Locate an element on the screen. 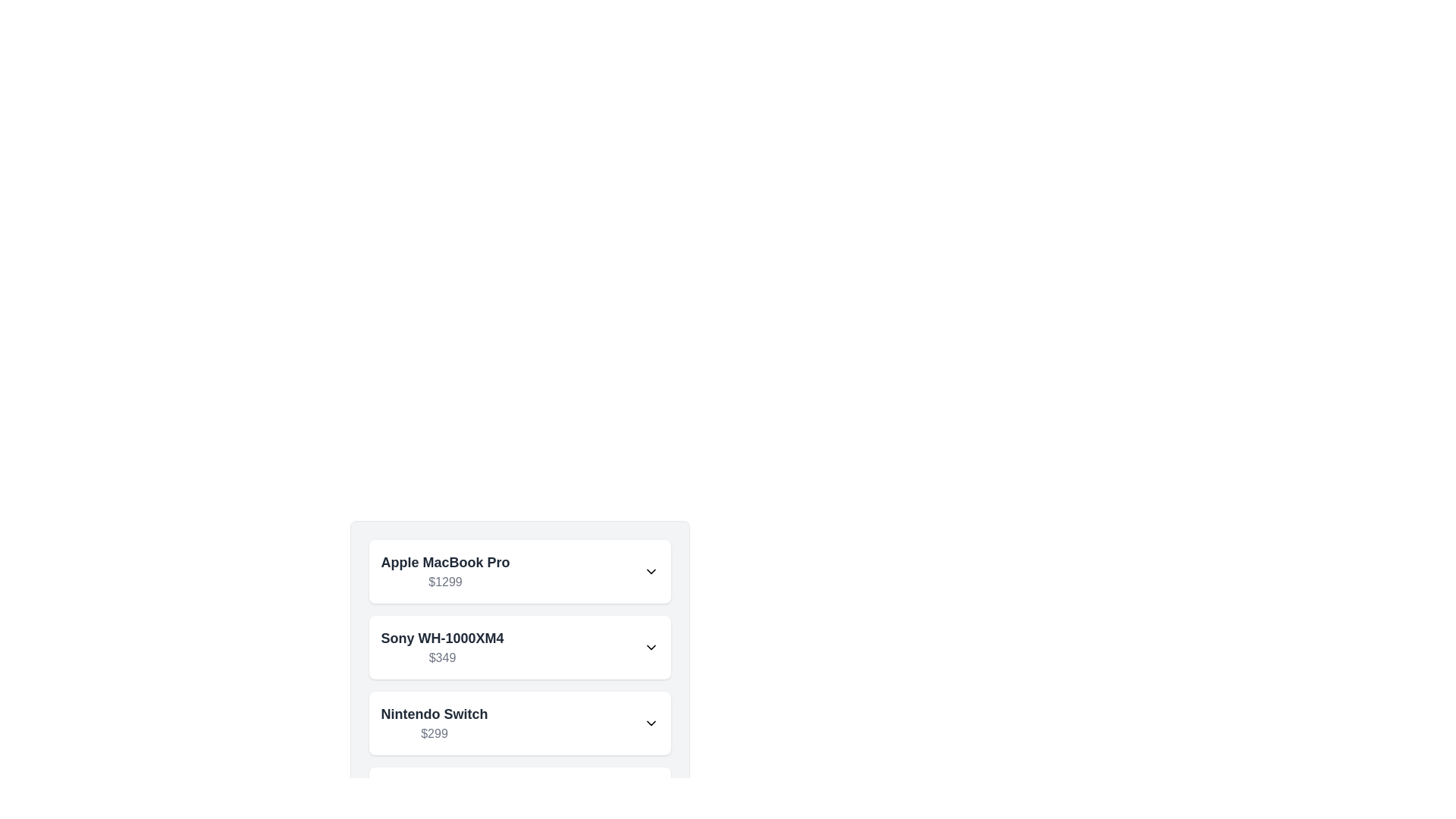 This screenshot has width=1456, height=819. the interactive downward-pointing chevron icon button located at the far right of the row labeled 'Apple MacBook Pro $1299' is located at coordinates (651, 571).